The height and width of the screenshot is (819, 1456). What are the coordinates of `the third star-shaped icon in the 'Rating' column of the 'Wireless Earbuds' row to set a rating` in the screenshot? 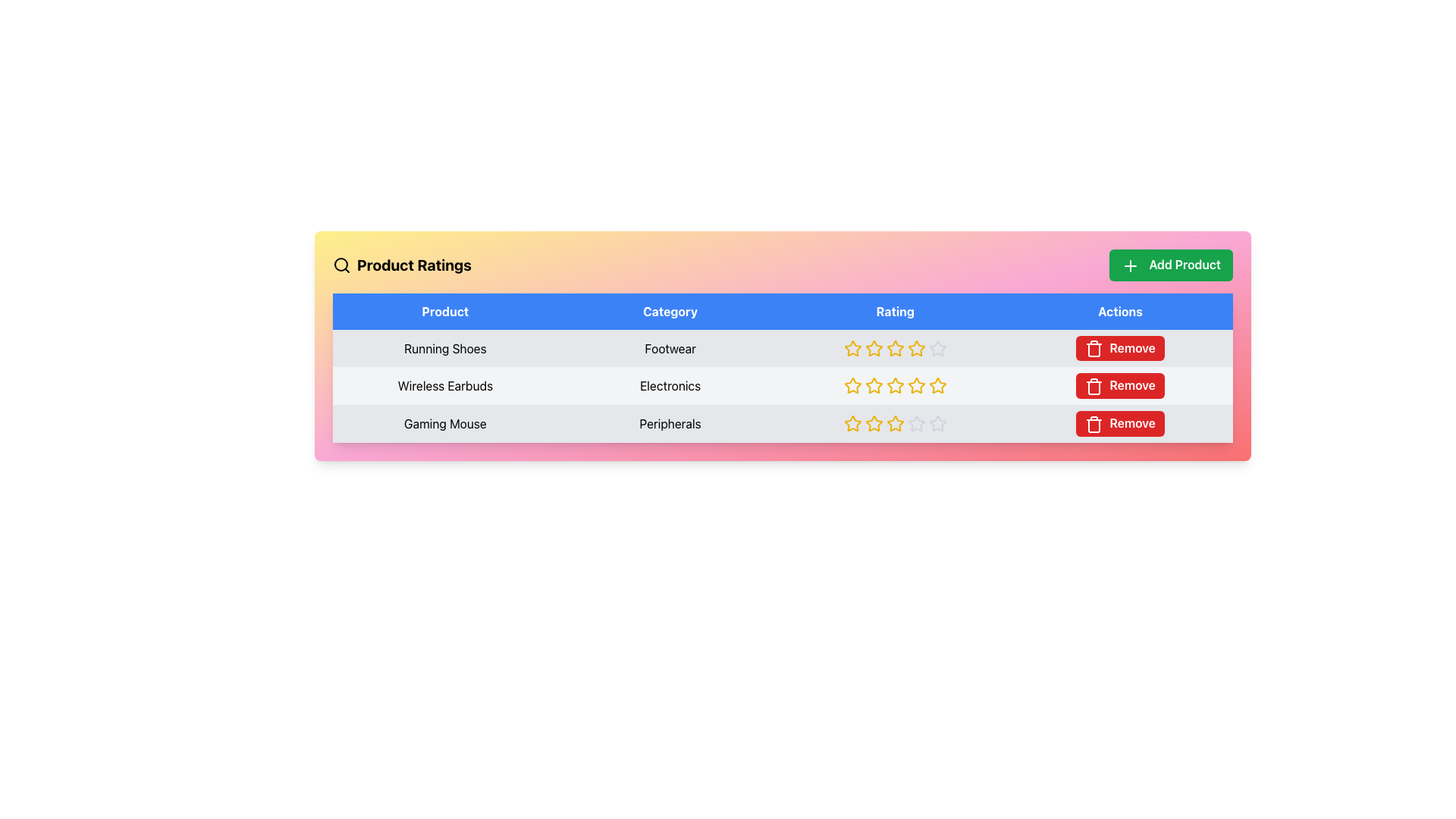 It's located at (915, 384).